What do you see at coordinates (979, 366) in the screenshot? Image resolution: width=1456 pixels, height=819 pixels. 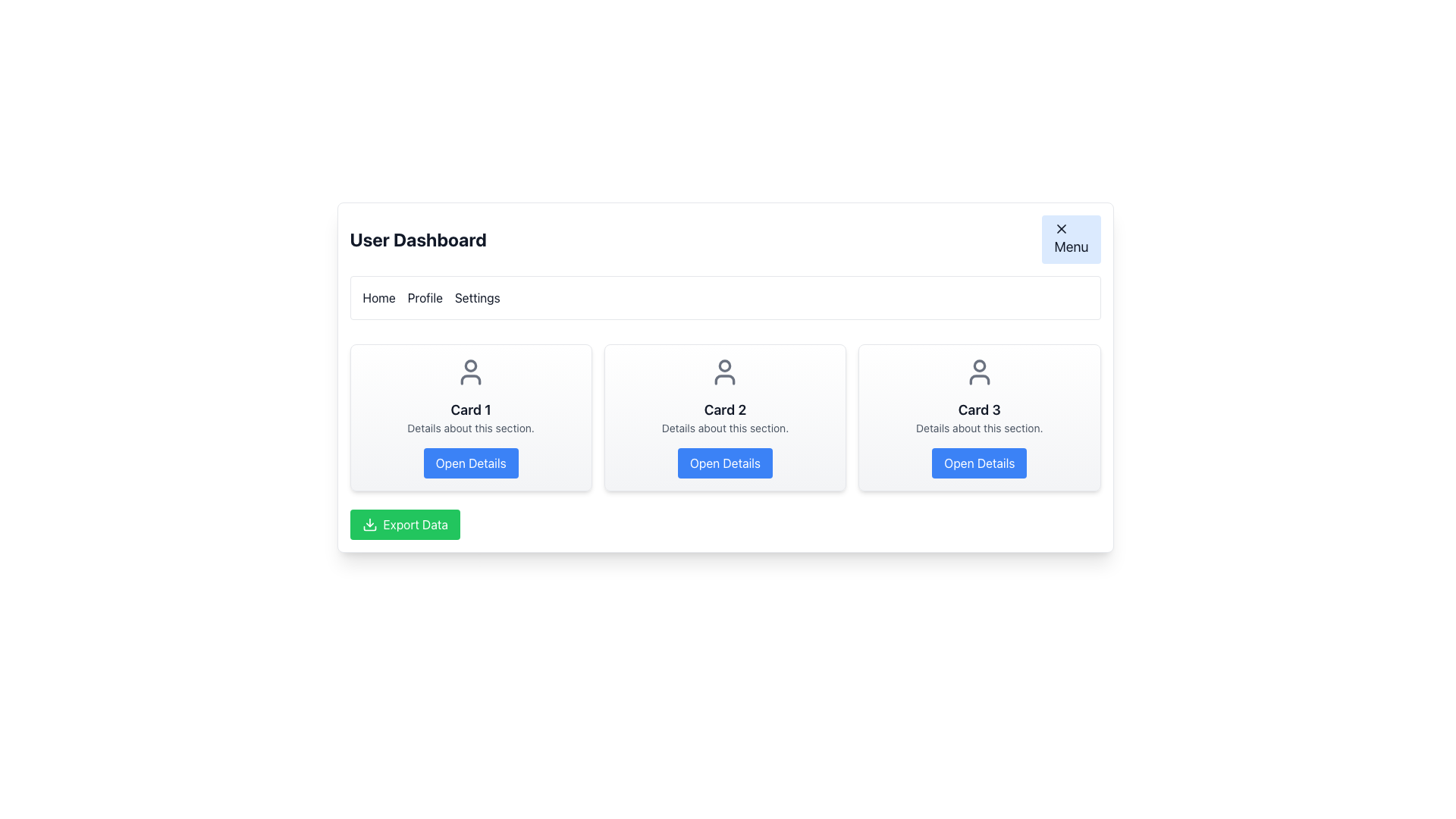 I see `the SVG circle element representing the user's head in the user icon located in the third card from the left` at bounding box center [979, 366].